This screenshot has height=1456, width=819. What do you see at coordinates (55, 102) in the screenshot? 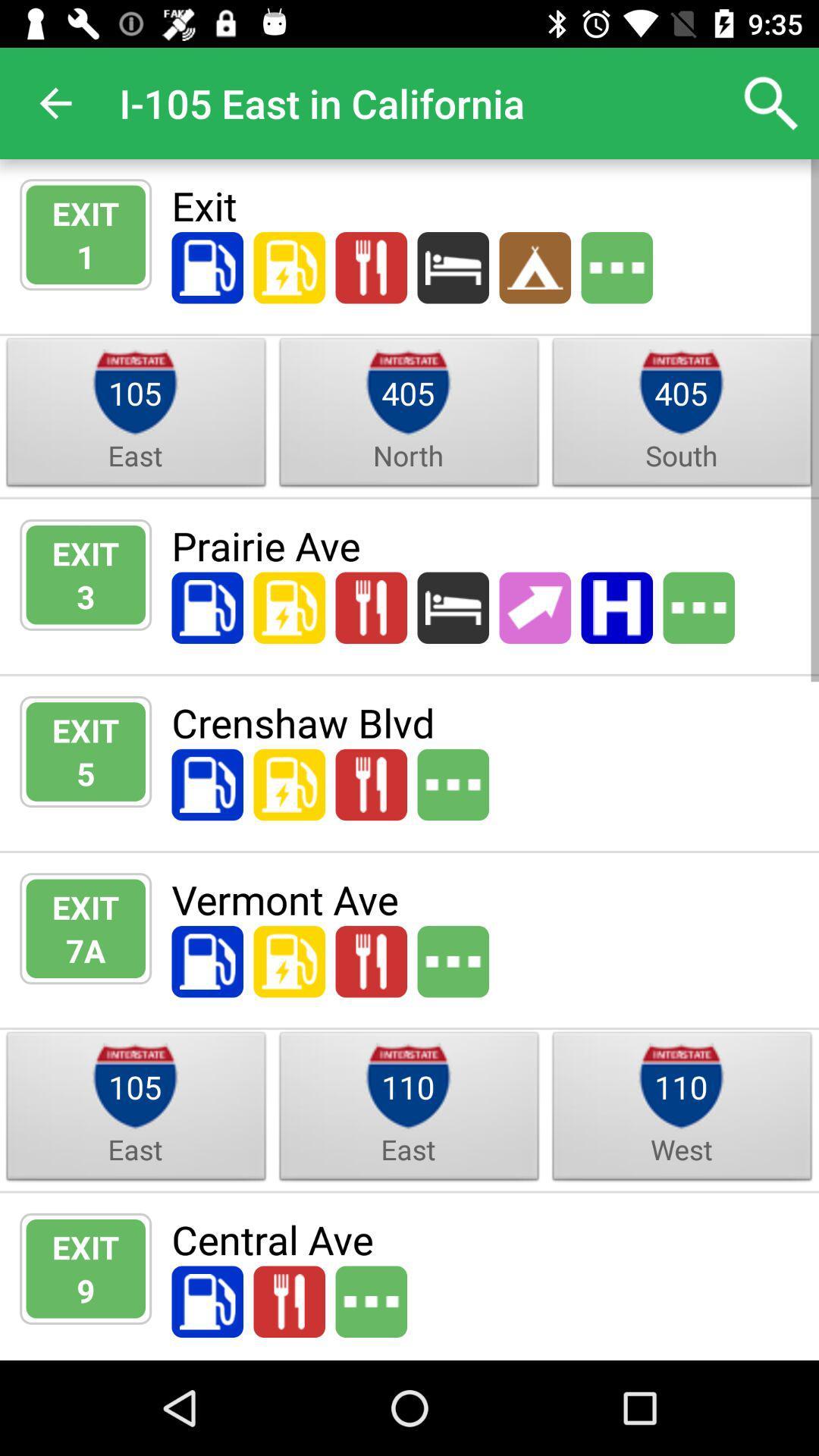
I see `item above exit item` at bounding box center [55, 102].